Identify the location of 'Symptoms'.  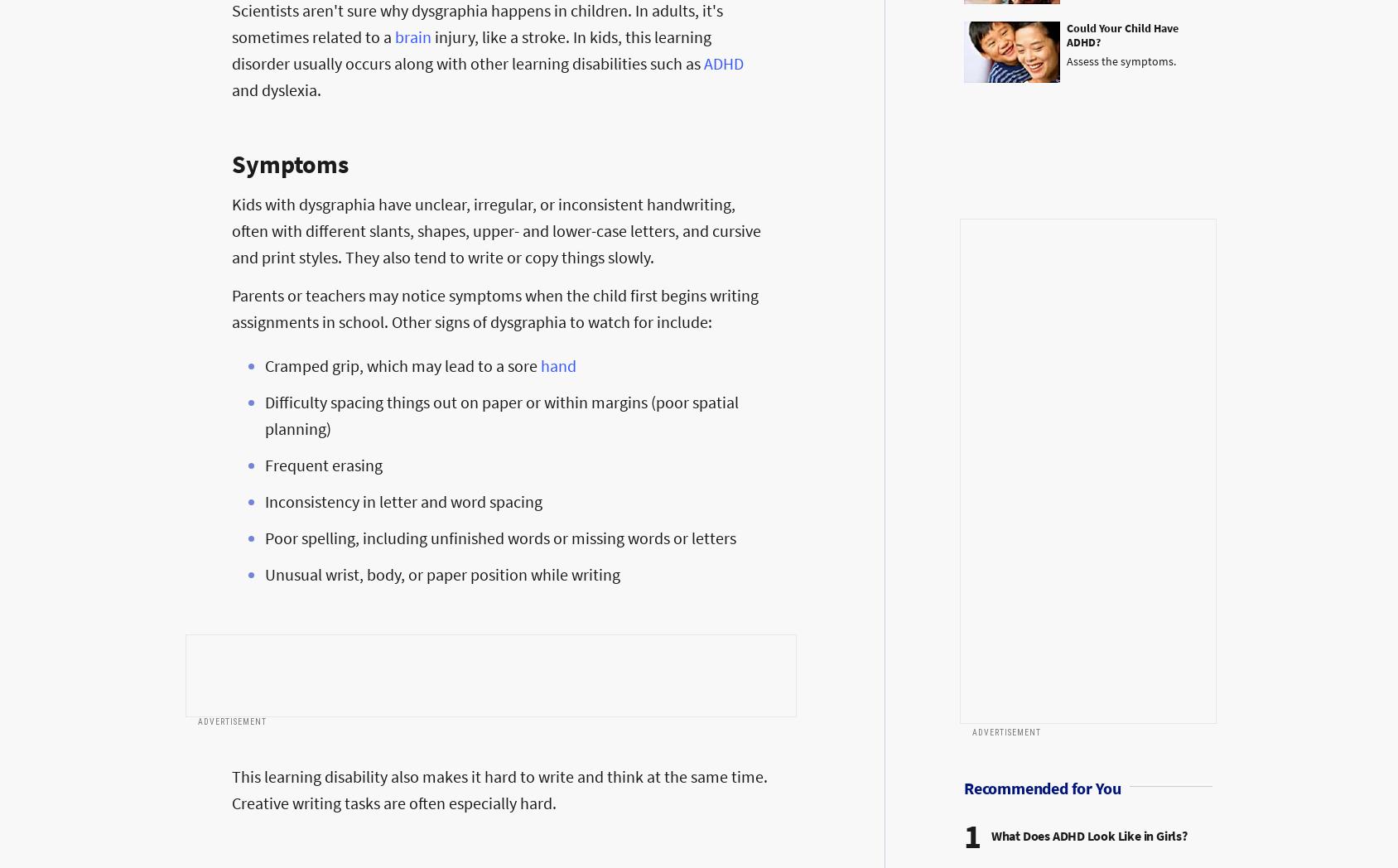
(290, 162).